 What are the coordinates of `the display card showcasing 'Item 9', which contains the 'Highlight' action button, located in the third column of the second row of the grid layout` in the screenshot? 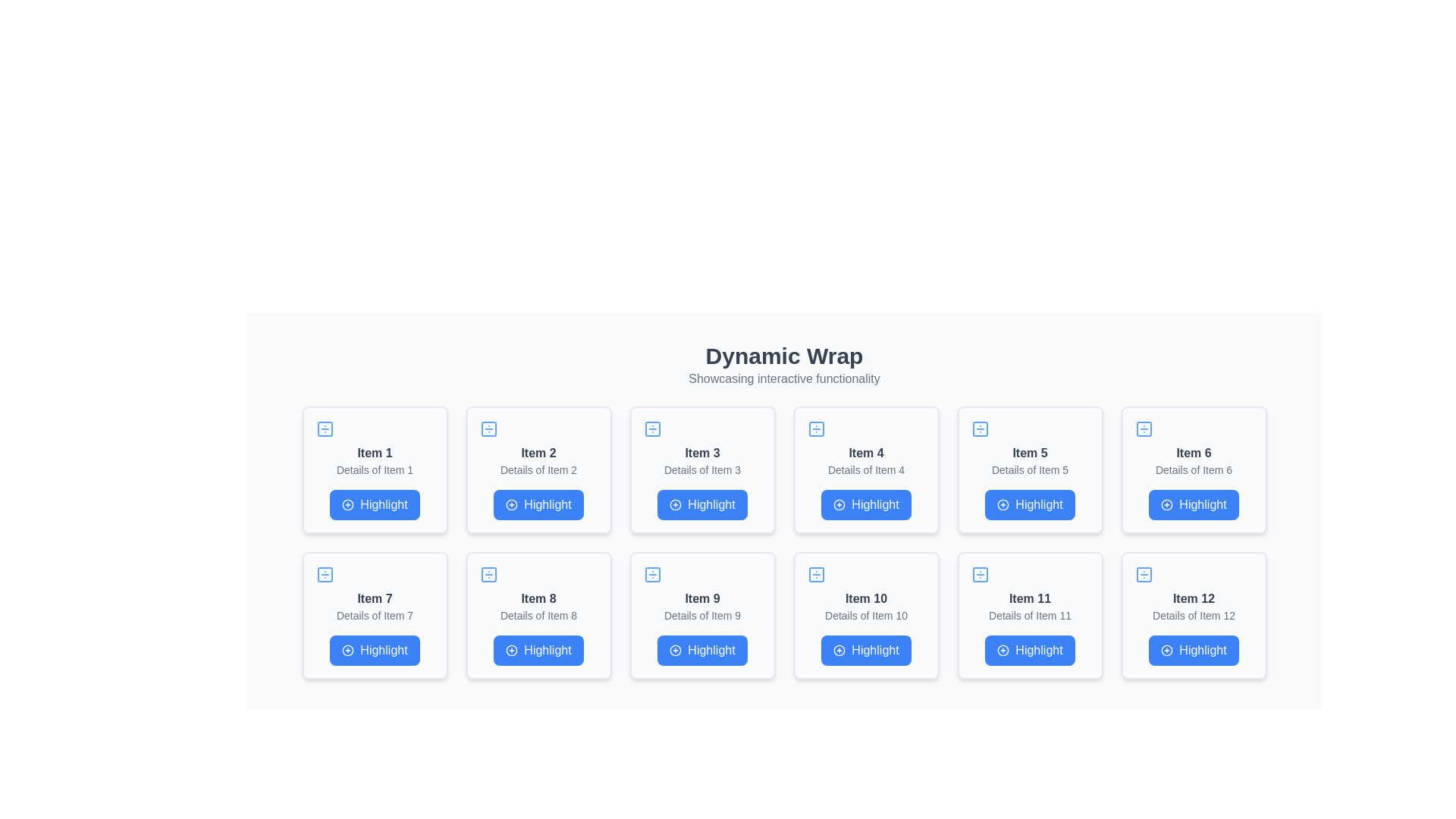 It's located at (701, 616).